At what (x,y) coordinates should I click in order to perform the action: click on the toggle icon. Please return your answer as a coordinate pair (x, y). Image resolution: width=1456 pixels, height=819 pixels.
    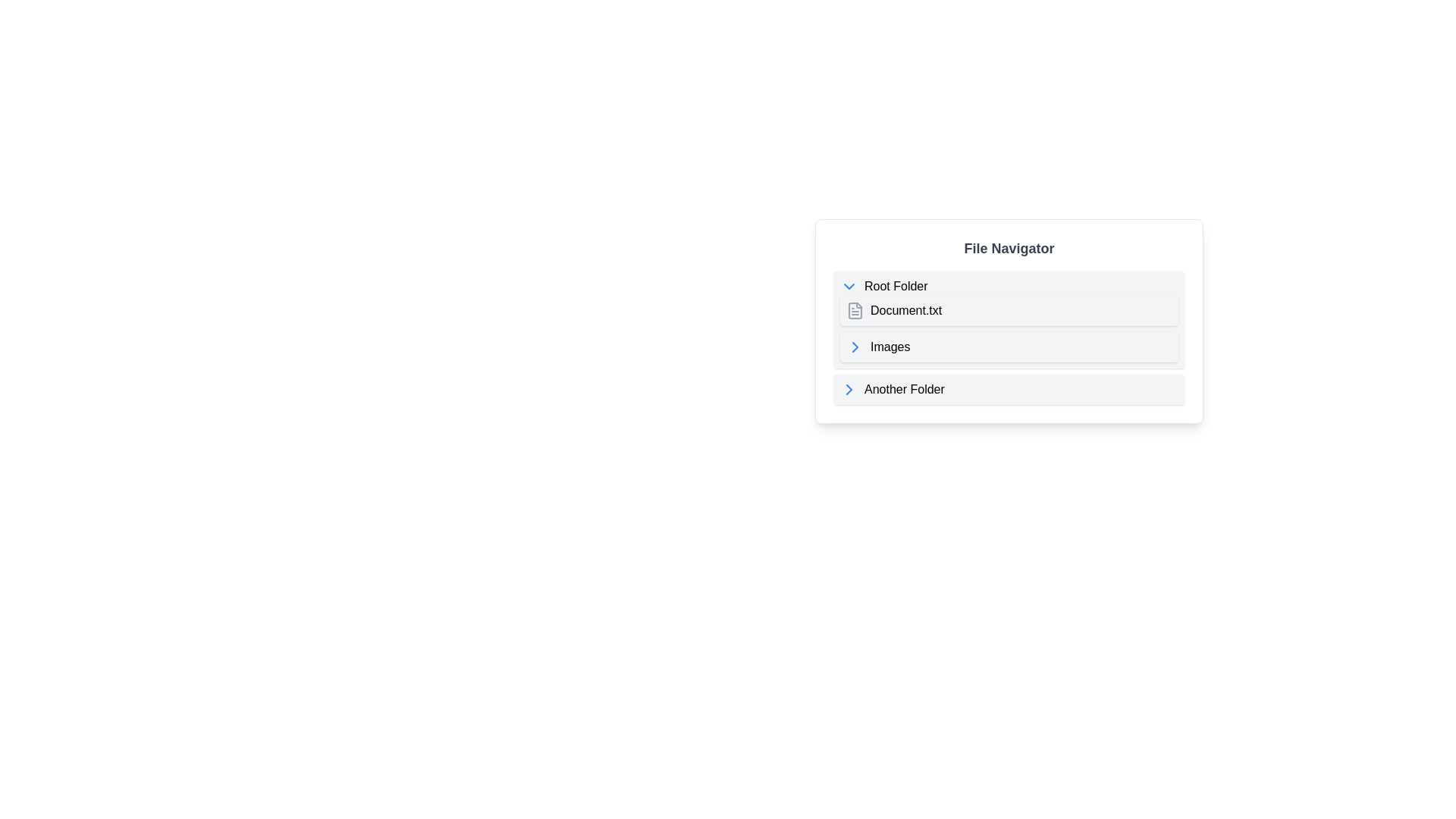
    Looking at the image, I should click on (848, 287).